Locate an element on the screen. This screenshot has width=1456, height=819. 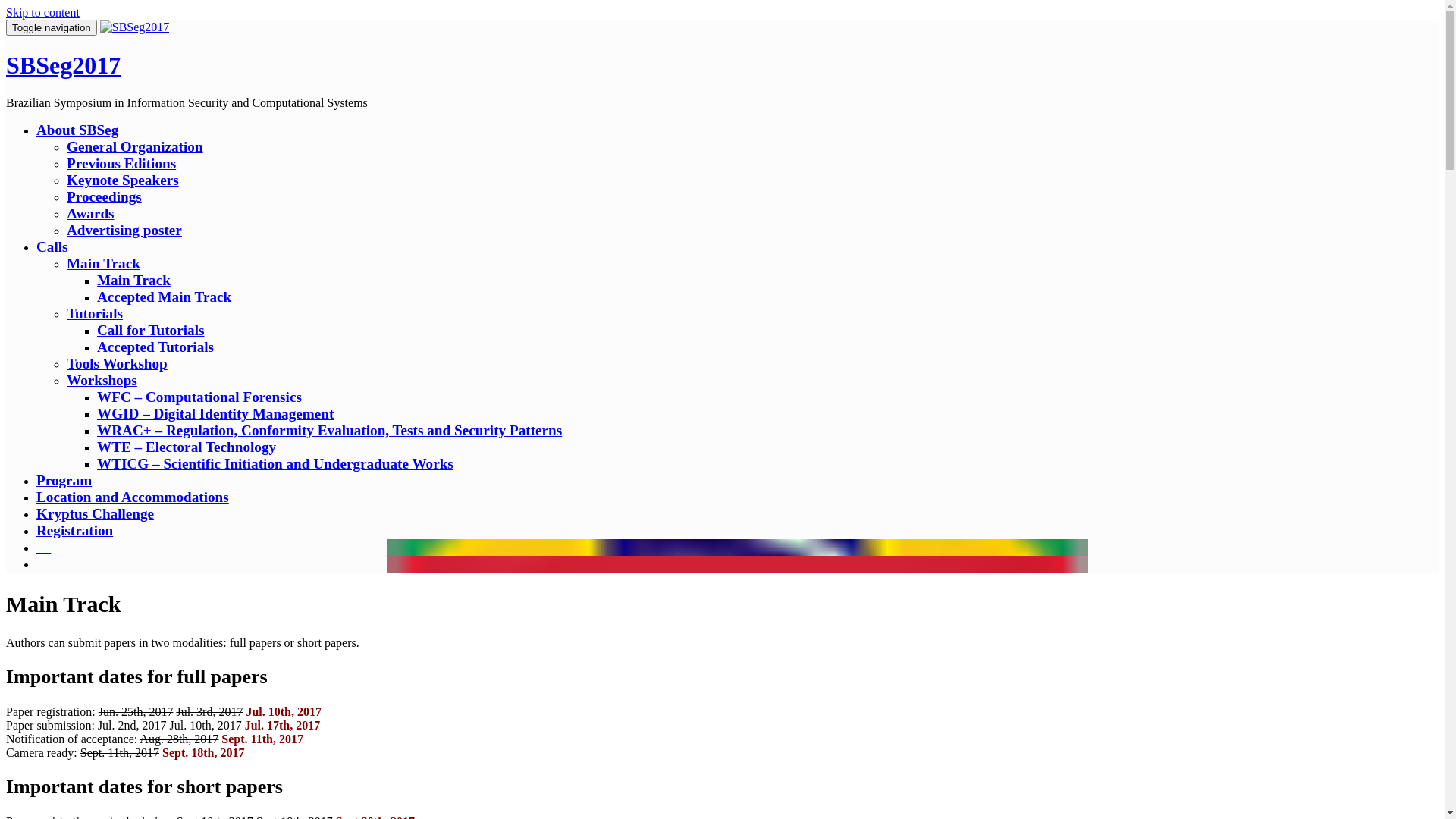
'Workshops' is located at coordinates (101, 379).